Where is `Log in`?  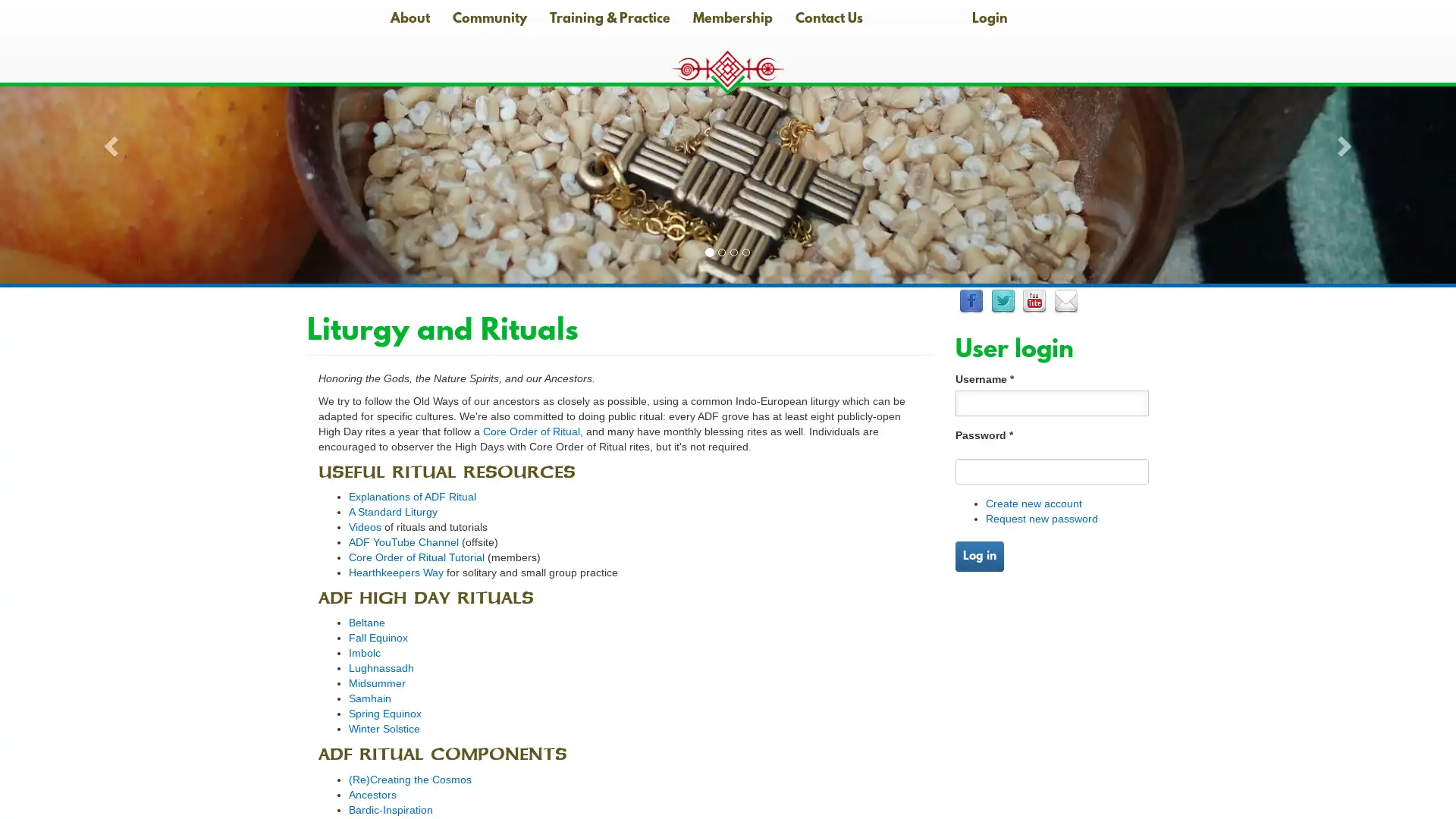
Log in is located at coordinates (979, 555).